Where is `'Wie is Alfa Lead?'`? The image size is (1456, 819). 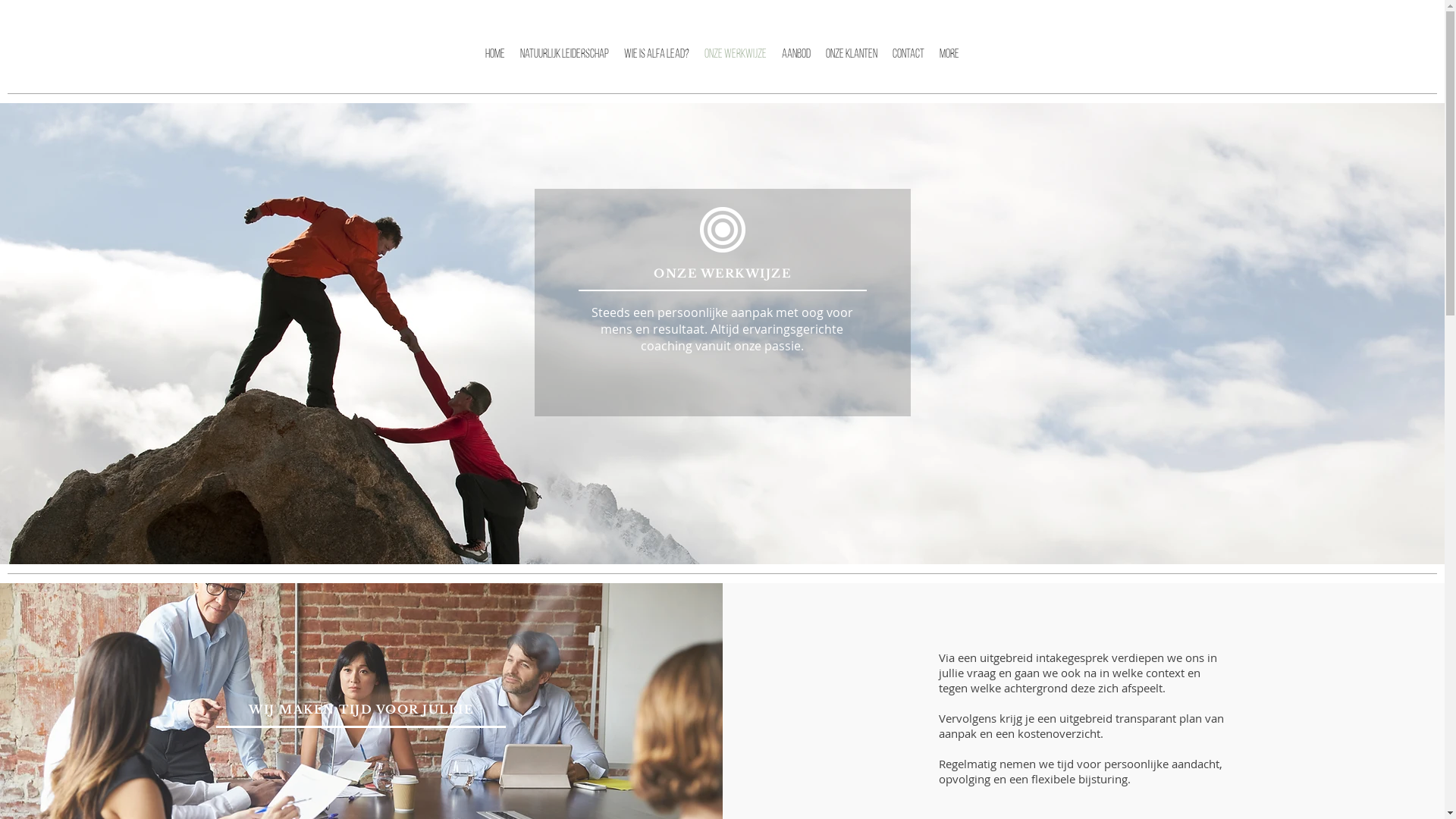
'Wie is Alfa Lead?' is located at coordinates (656, 64).